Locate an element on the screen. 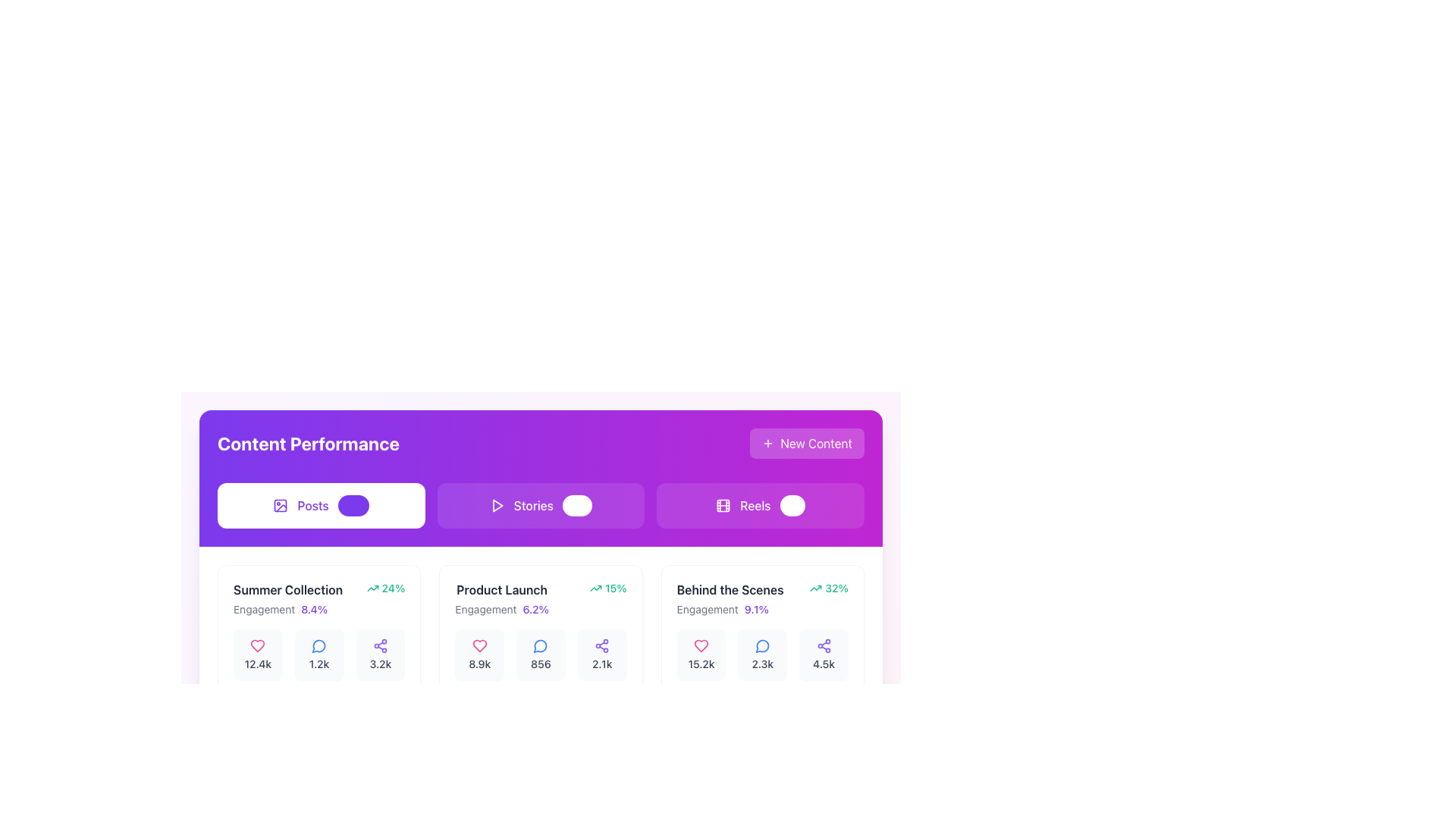 The height and width of the screenshot is (819, 1456). the text label that displays 'Product Launch' and 'Engagement 6.2%' within the middle card beneath the 'Content Performance' header is located at coordinates (502, 598).